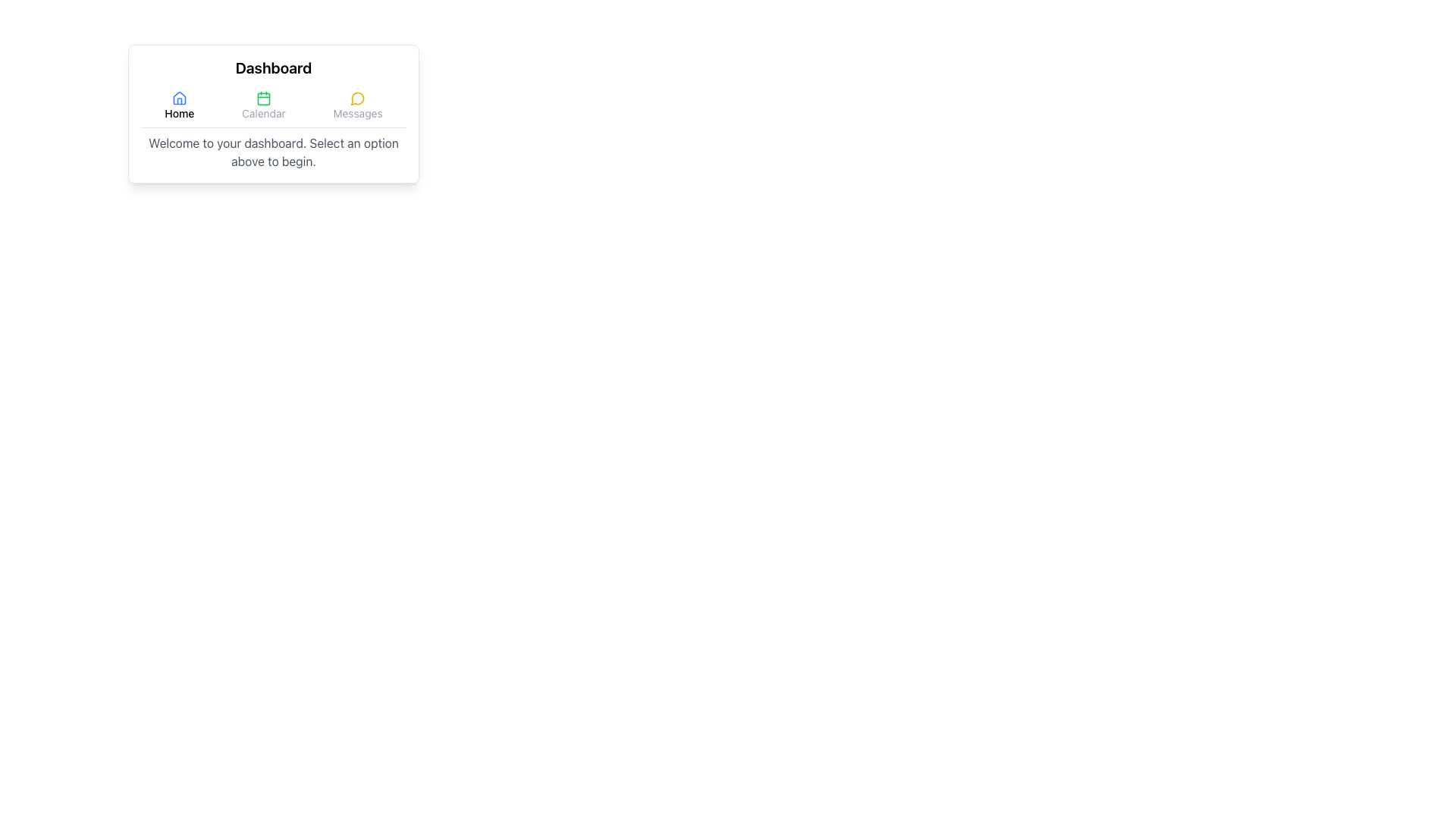 This screenshot has height=819, width=1456. I want to click on the 'Calendar' section of the Navigation Menu, which is the second section in a horizontal navigation bar located below the title 'Dashboard', so click(273, 108).